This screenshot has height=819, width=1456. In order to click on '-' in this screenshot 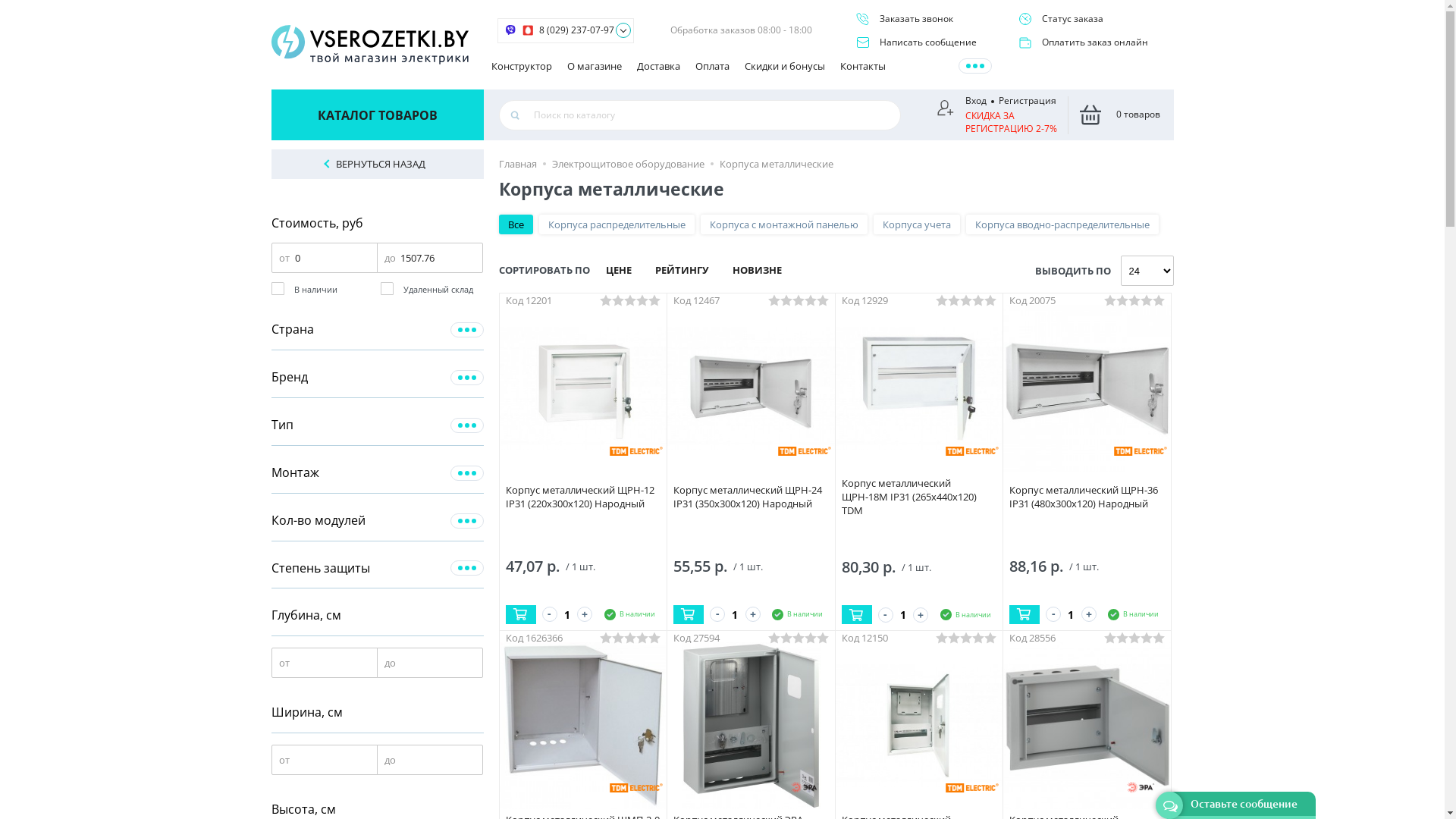, I will do `click(1052, 614)`.